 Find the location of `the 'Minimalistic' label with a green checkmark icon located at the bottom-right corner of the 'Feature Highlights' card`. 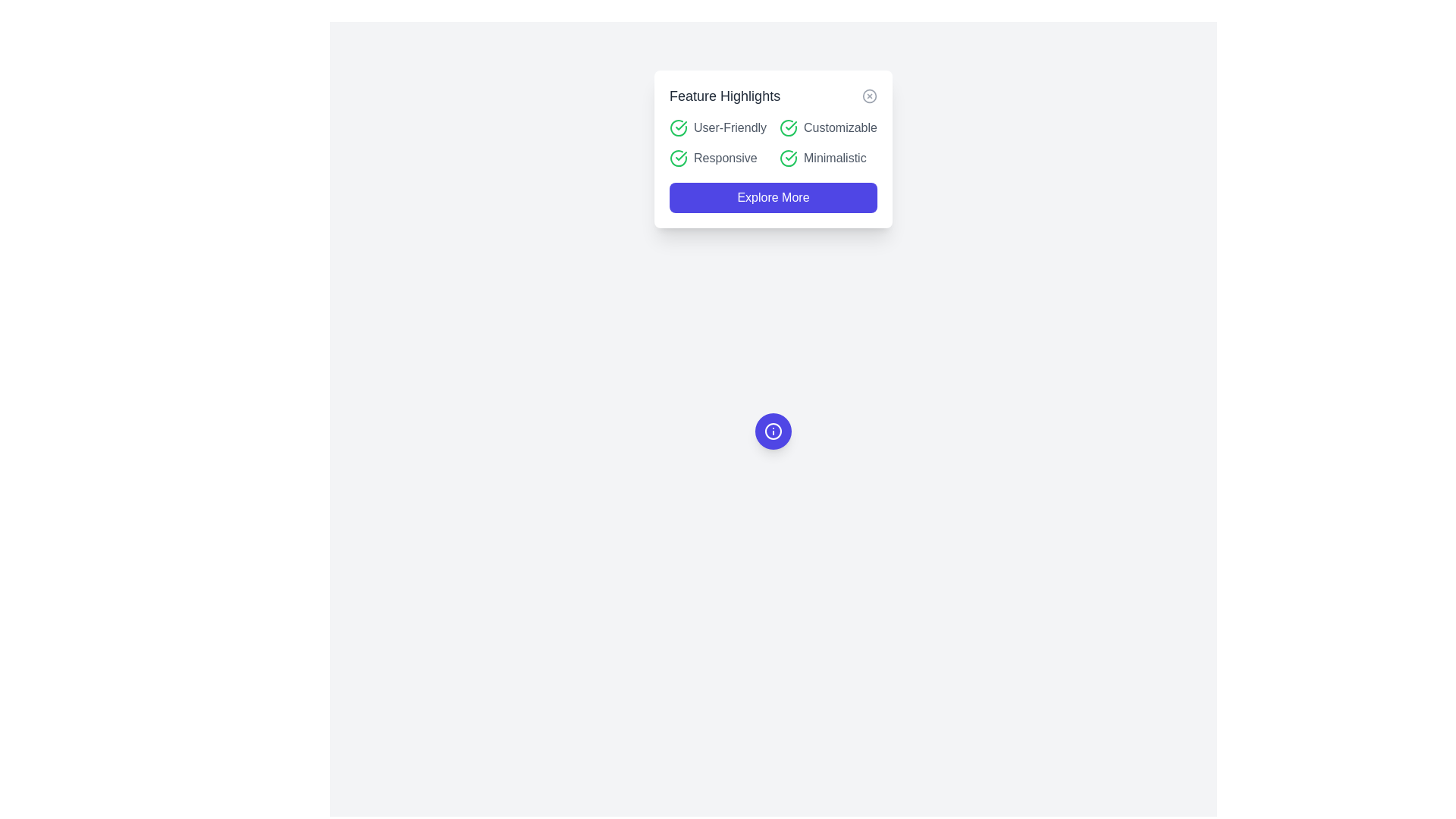

the 'Minimalistic' label with a green checkmark icon located at the bottom-right corner of the 'Feature Highlights' card is located at coordinates (827, 158).